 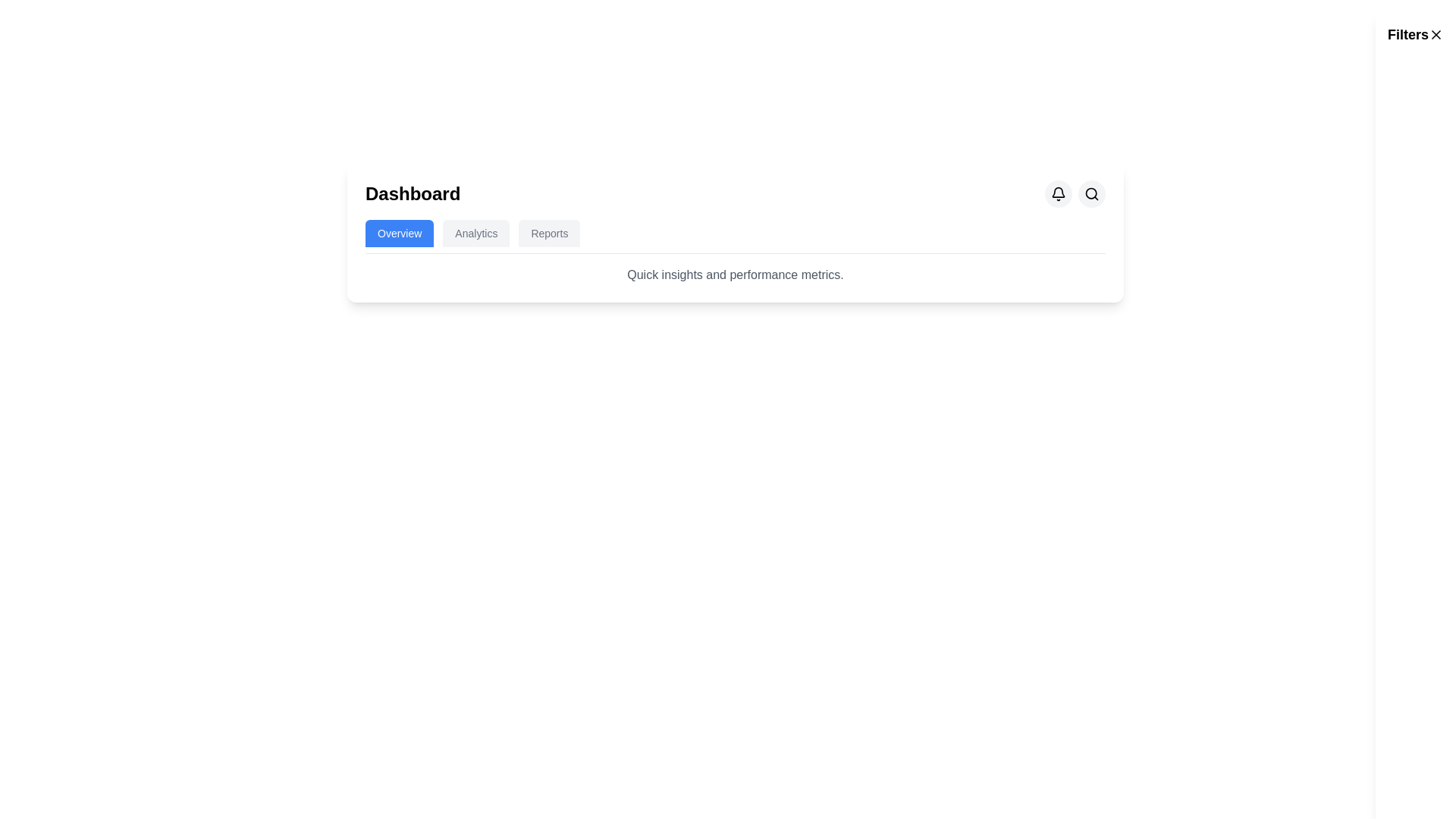 What do you see at coordinates (1092, 193) in the screenshot?
I see `the magnifying glass icon in the top-right corner of the main dashboard interface` at bounding box center [1092, 193].